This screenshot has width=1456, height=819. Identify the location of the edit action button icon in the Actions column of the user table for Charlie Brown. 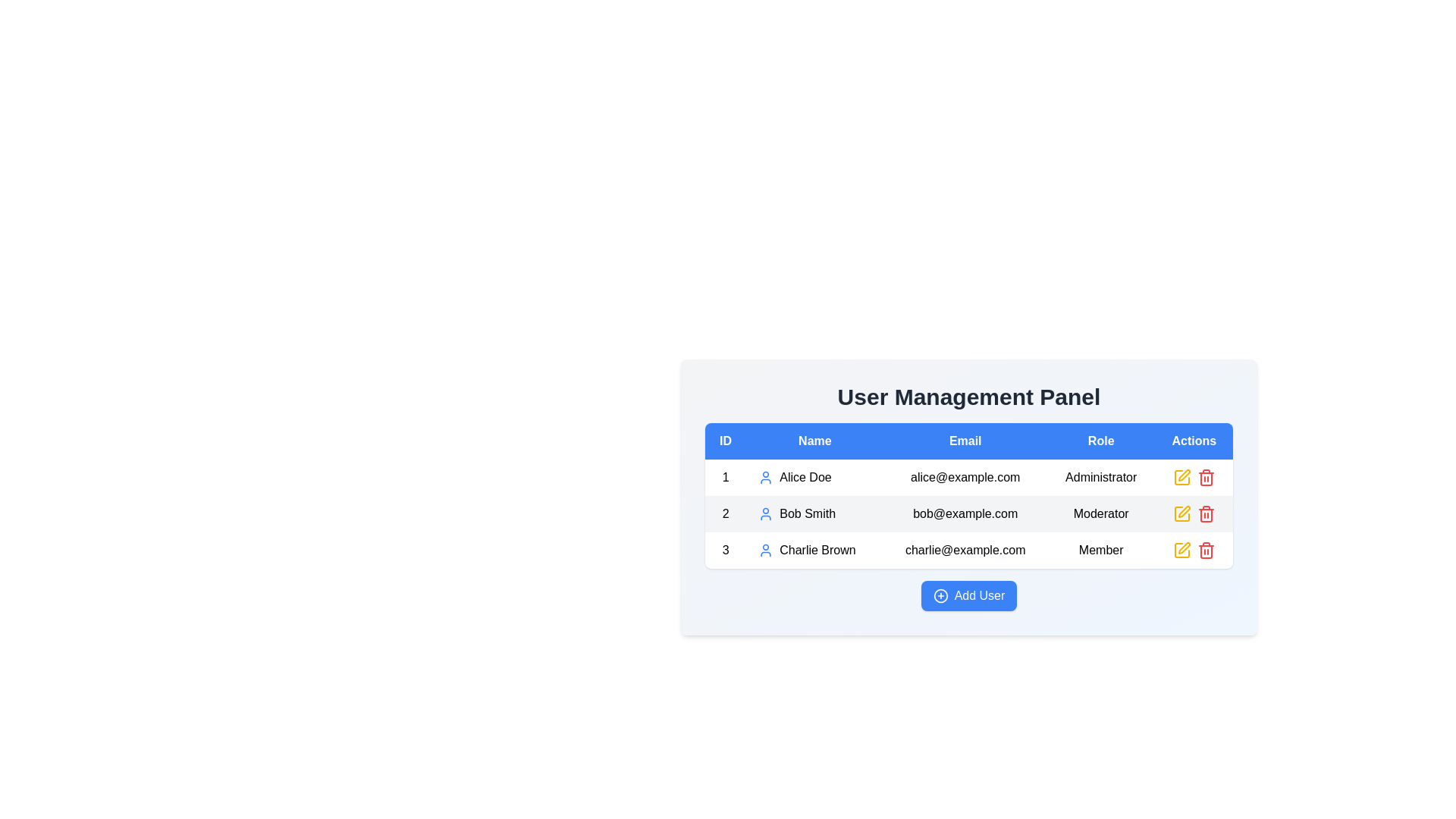
(1181, 550).